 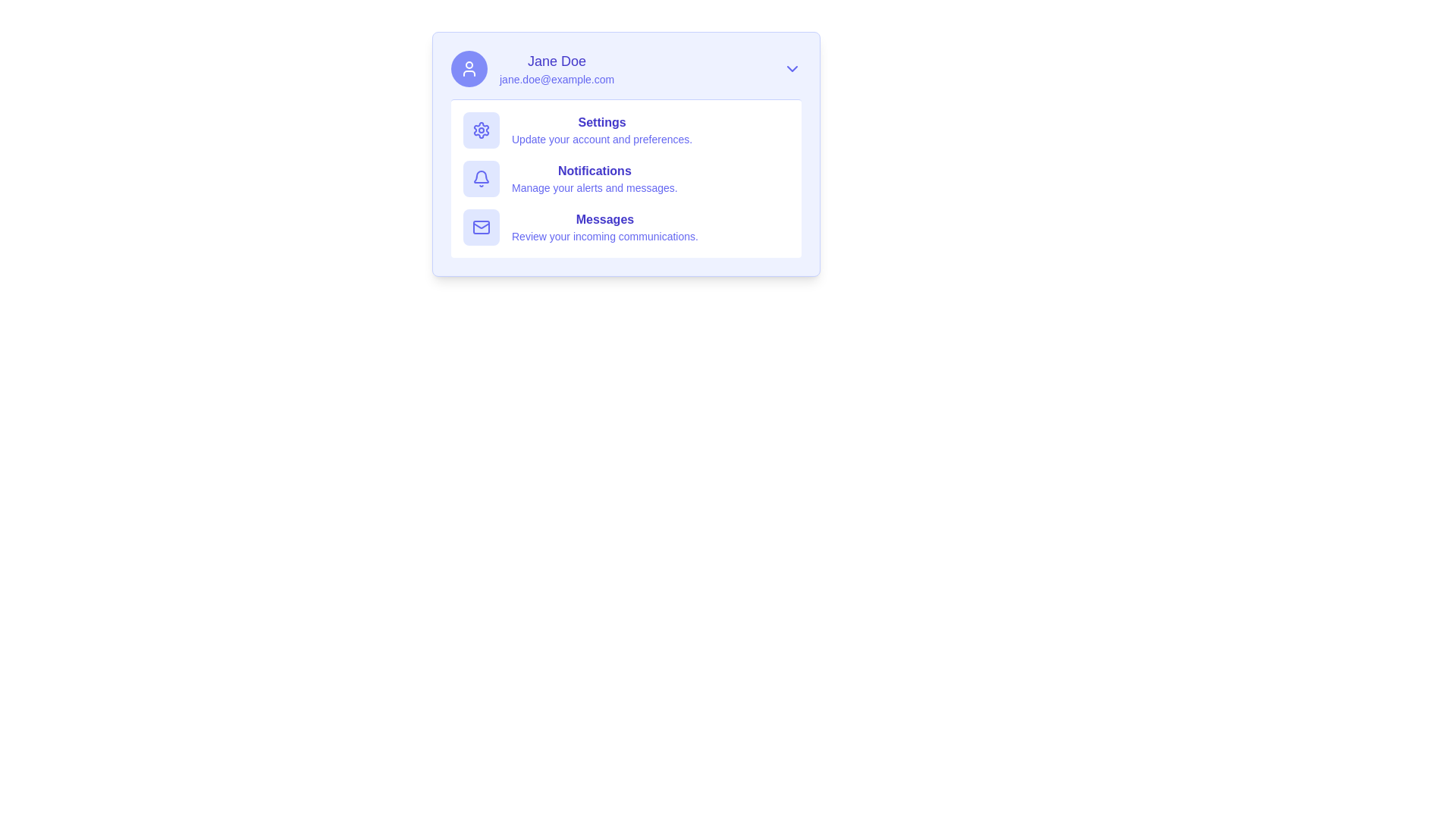 I want to click on the Text block that serves as a navigation label for accessing messages, located as the third item in the dropdown menu, so click(x=604, y=227).